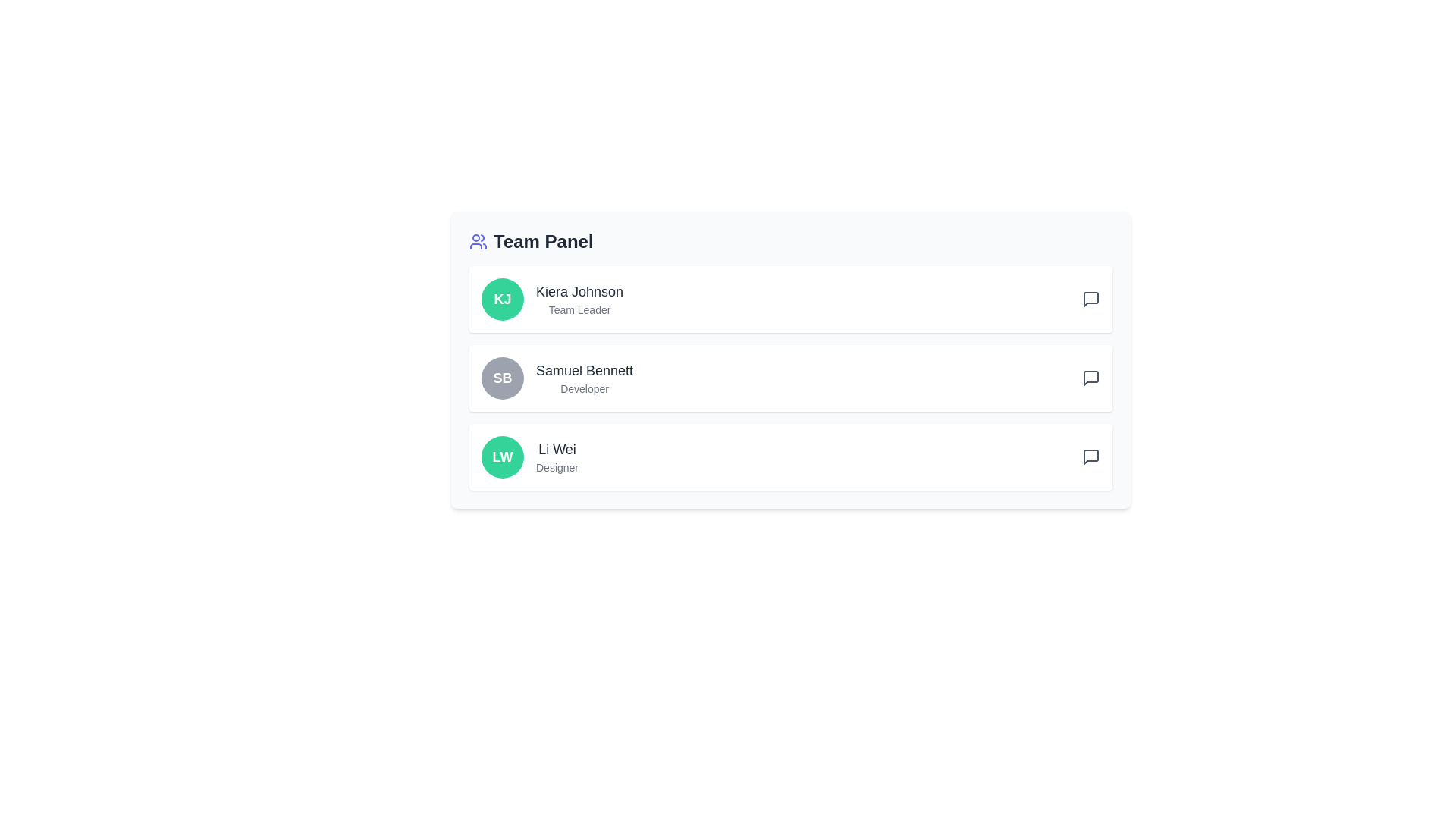 Image resolution: width=1456 pixels, height=819 pixels. Describe the element at coordinates (579, 292) in the screenshot. I see `the text label displaying 'Kiera Johnson', which is located in the 'Team Panel' above the subtitle 'Team Leader' and to the right of the avatar 'KJ'` at that location.